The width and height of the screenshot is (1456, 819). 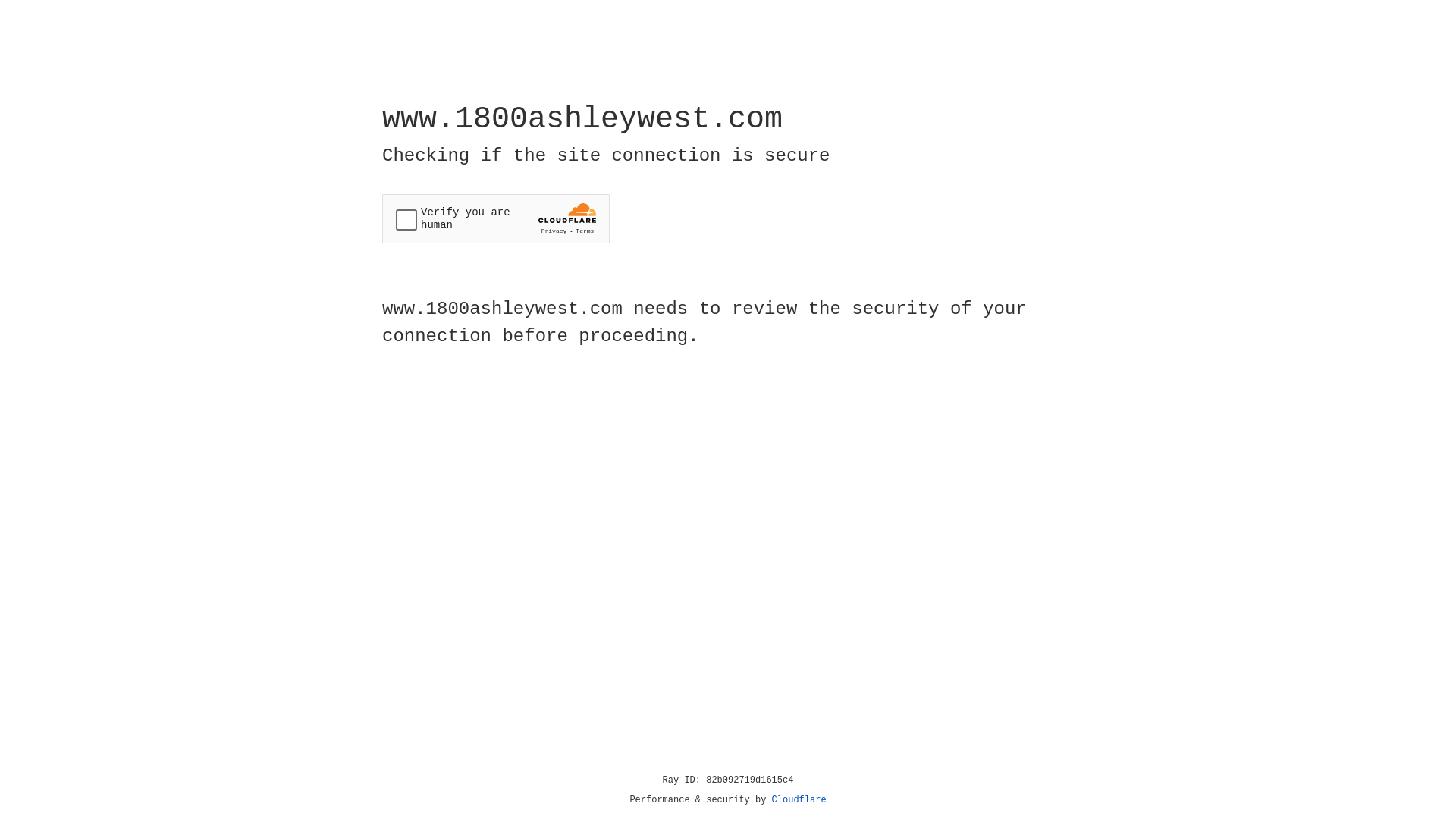 I want to click on 'Widget containing a Cloudflare security challenge', so click(x=495, y=218).